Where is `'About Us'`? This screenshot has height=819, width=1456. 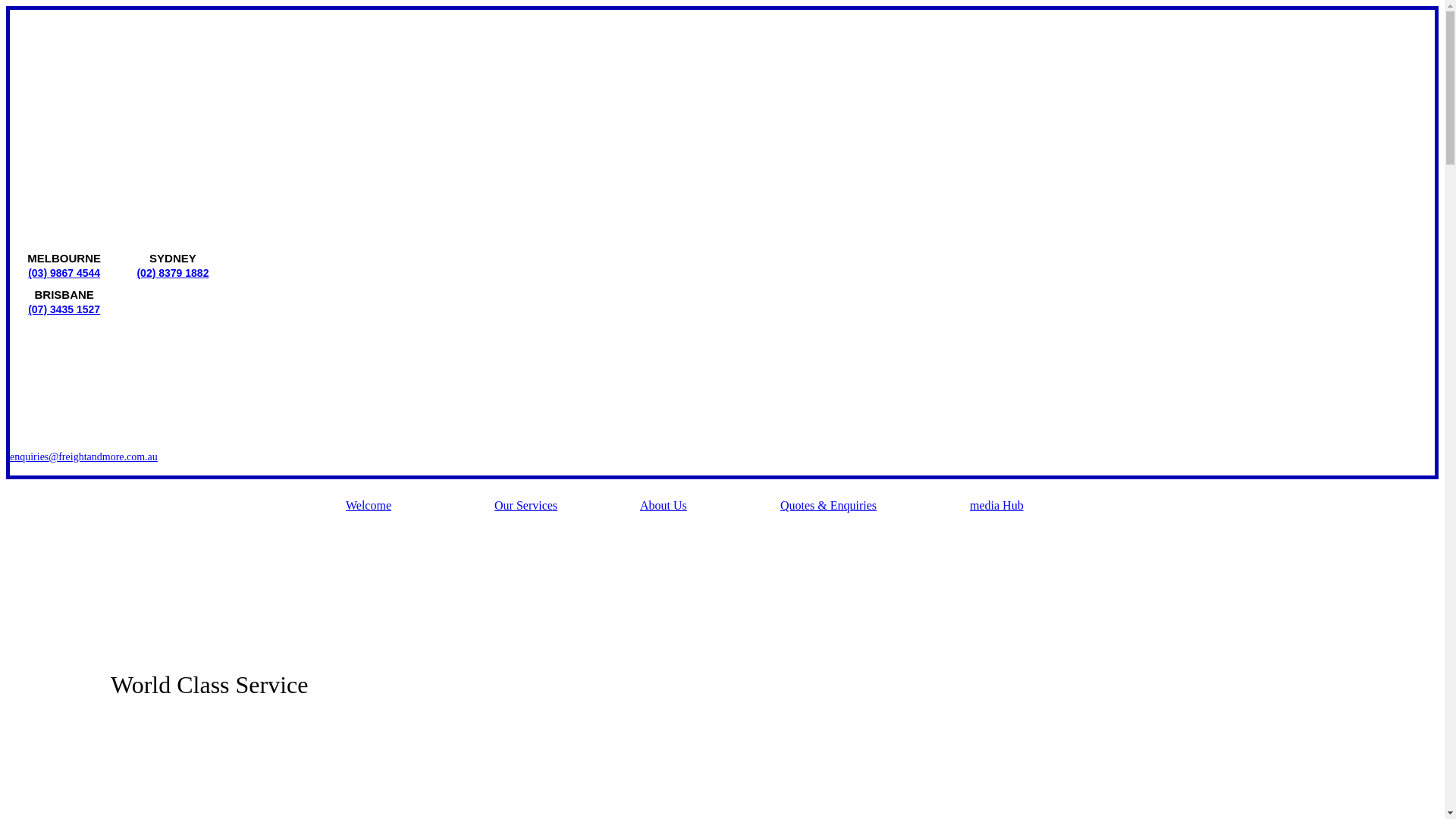
'About Us' is located at coordinates (640, 510).